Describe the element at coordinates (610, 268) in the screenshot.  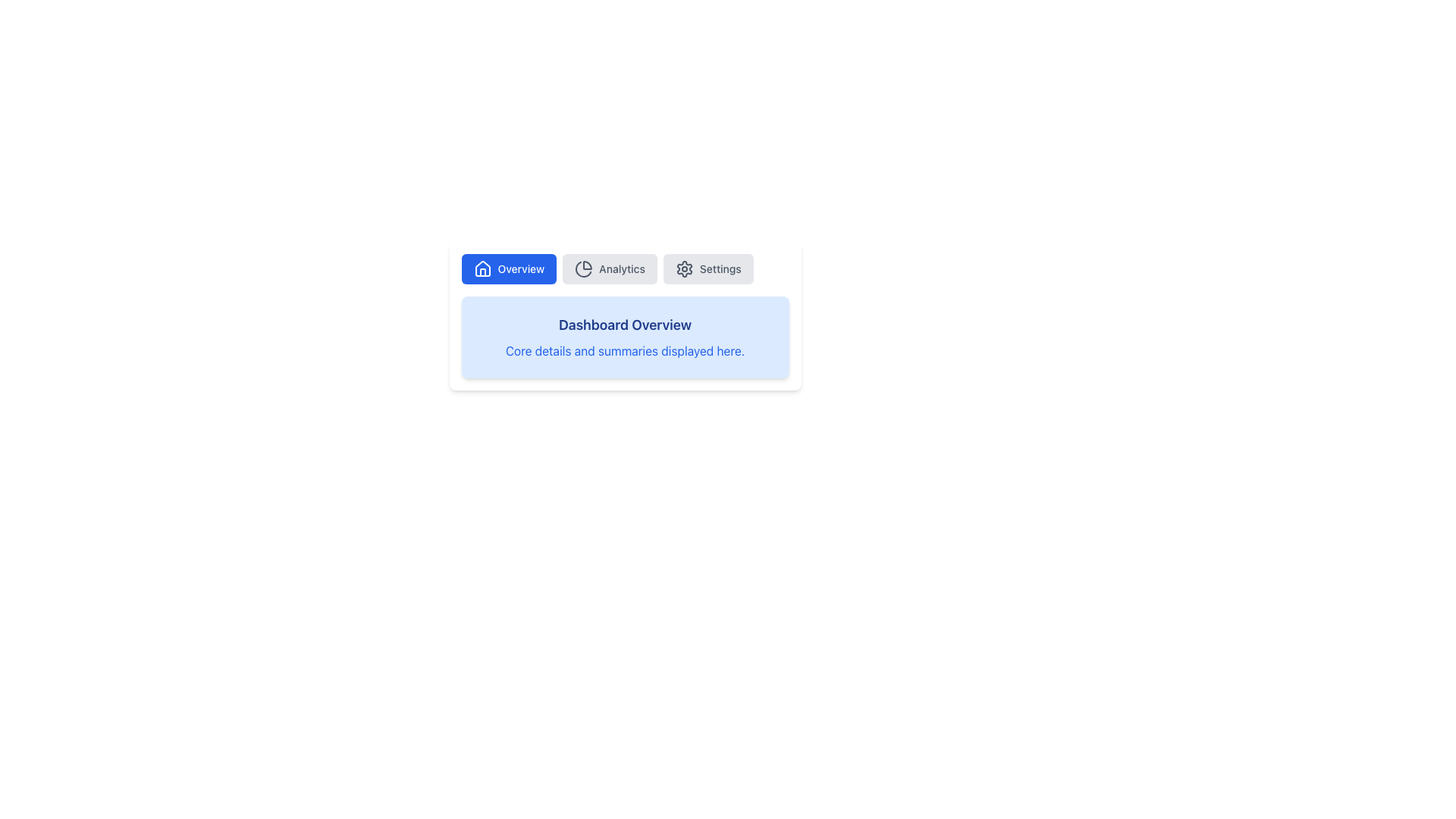
I see `the 'Analytics' button, which is the second button in a horizontal group of three, located between 'Overview' and 'Settings'` at that location.